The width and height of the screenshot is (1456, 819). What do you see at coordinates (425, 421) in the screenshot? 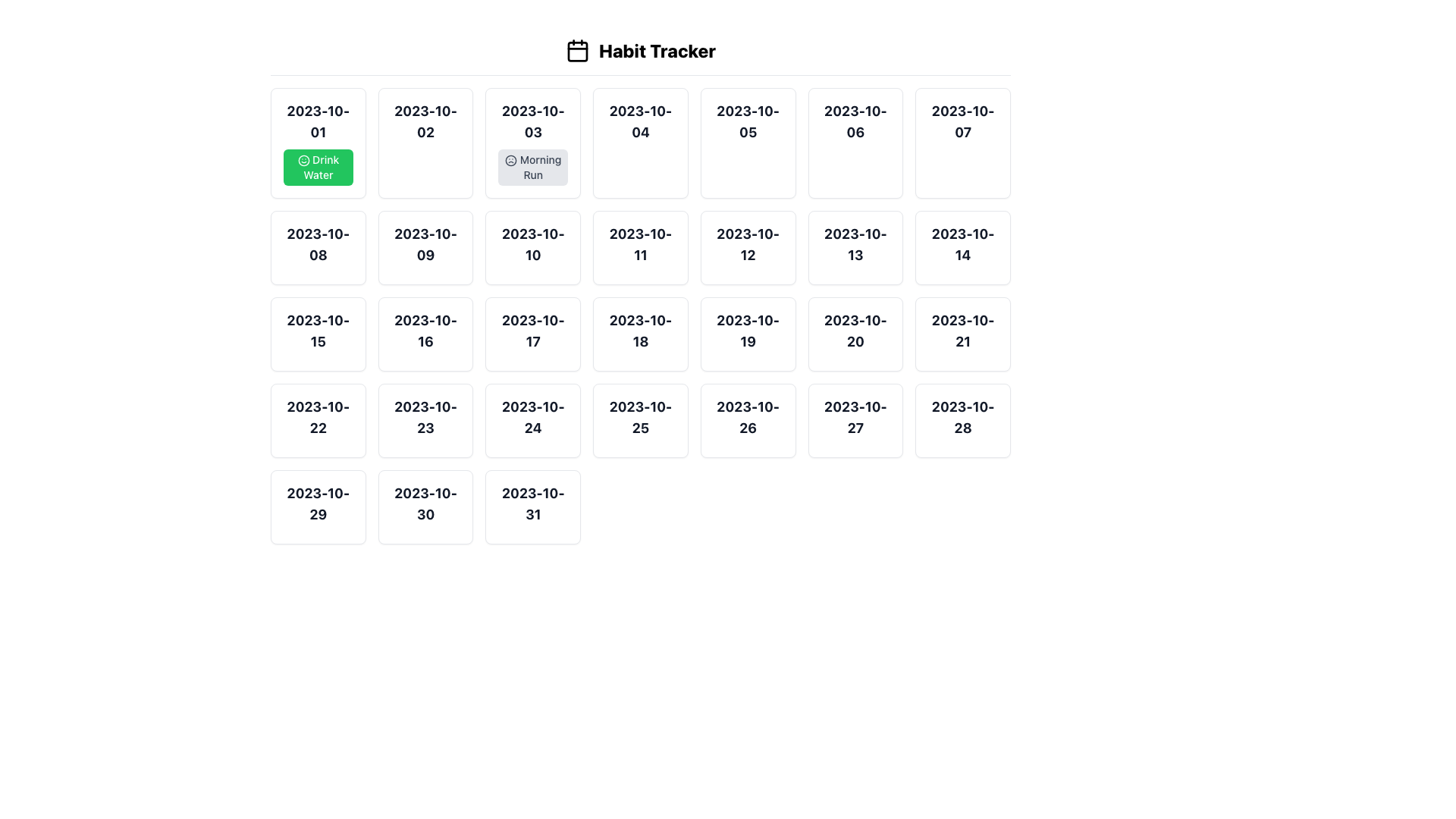
I see `the Clickable date card displaying '2023-10-23'` at bounding box center [425, 421].